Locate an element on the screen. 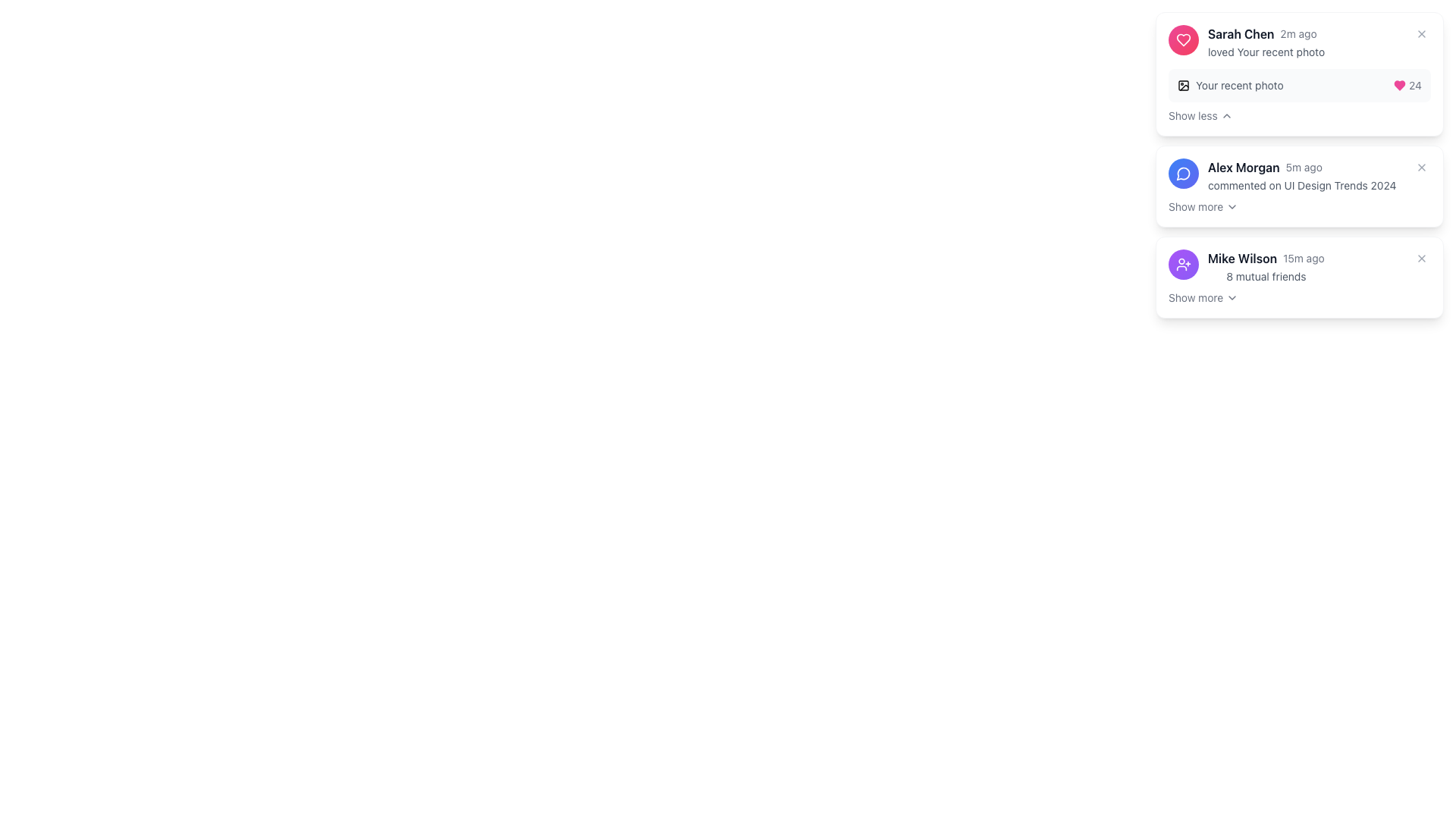  the dismiss button located on the right side of the notification item containing the text 'Alex Morgan 5m ago commented on UI Design Trends 2024' is located at coordinates (1421, 167).